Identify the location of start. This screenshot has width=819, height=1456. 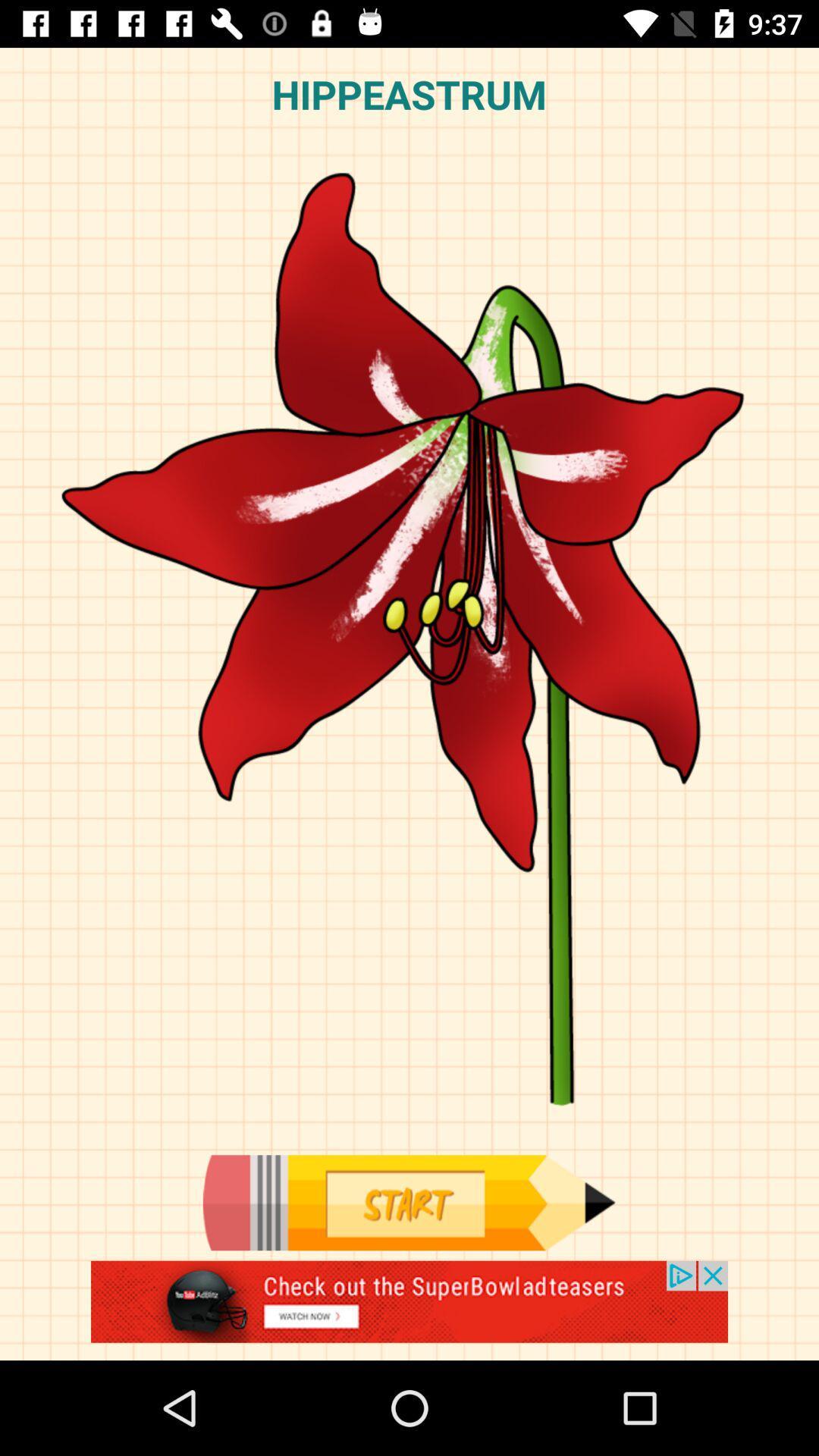
(408, 1202).